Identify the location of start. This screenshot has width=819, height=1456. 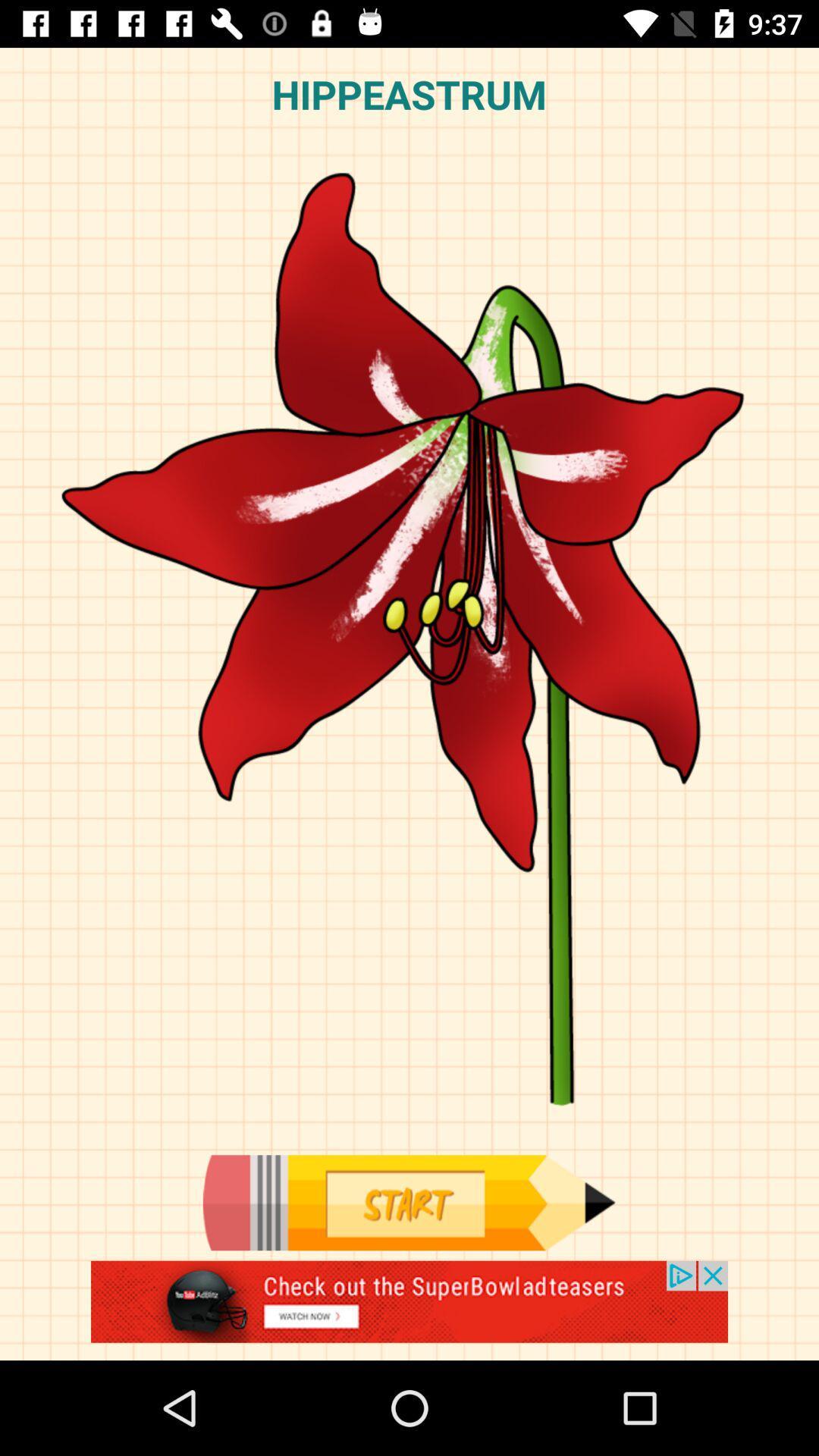
(408, 1202).